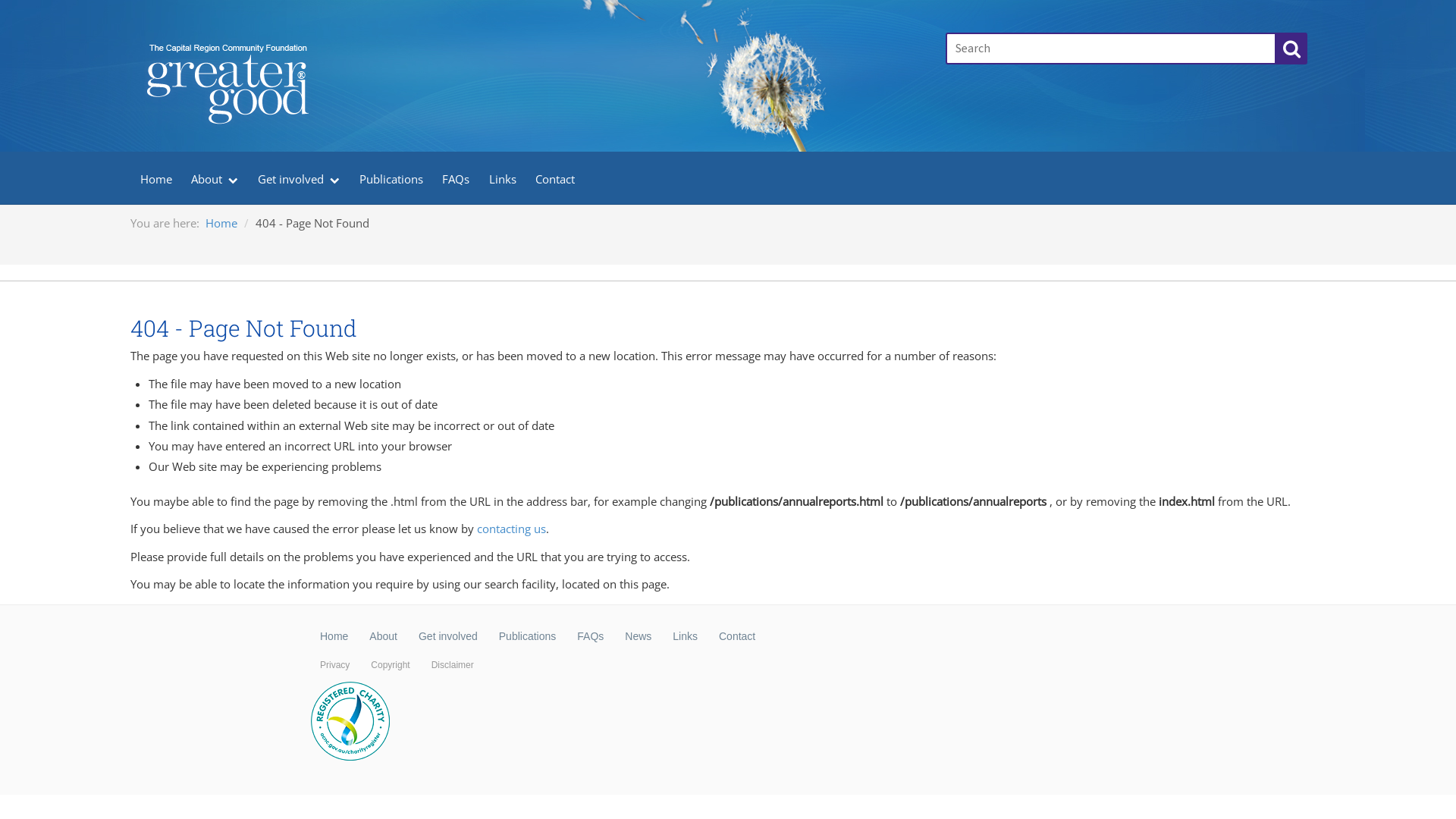 This screenshot has height=819, width=1456. Describe the element at coordinates (214, 177) in the screenshot. I see `'About'` at that location.